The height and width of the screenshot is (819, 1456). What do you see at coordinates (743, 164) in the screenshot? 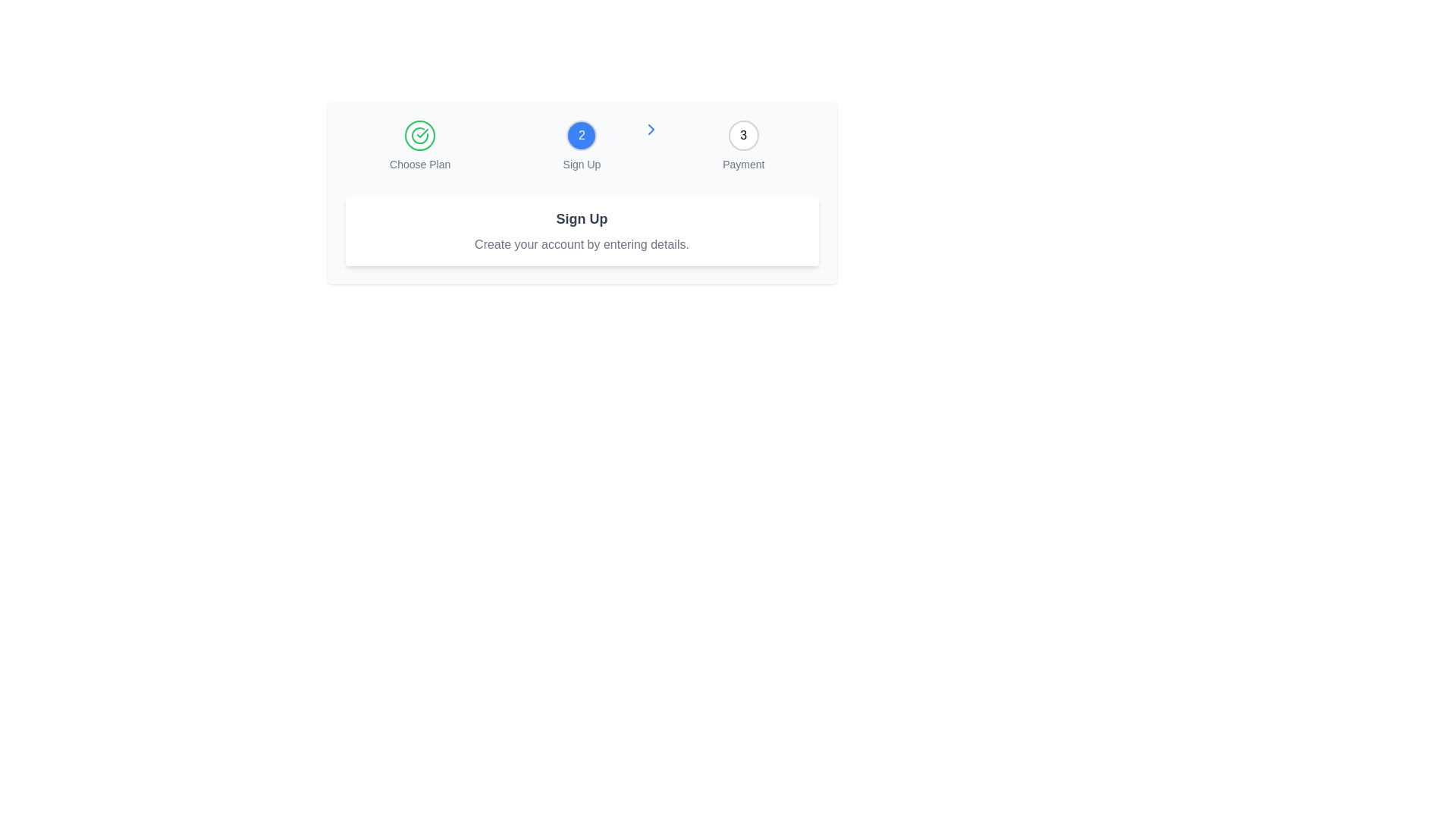
I see `the text label reading 'Payment', which is styled with a small font and gray color, positioned below the circular number icon labeled '3'` at bounding box center [743, 164].